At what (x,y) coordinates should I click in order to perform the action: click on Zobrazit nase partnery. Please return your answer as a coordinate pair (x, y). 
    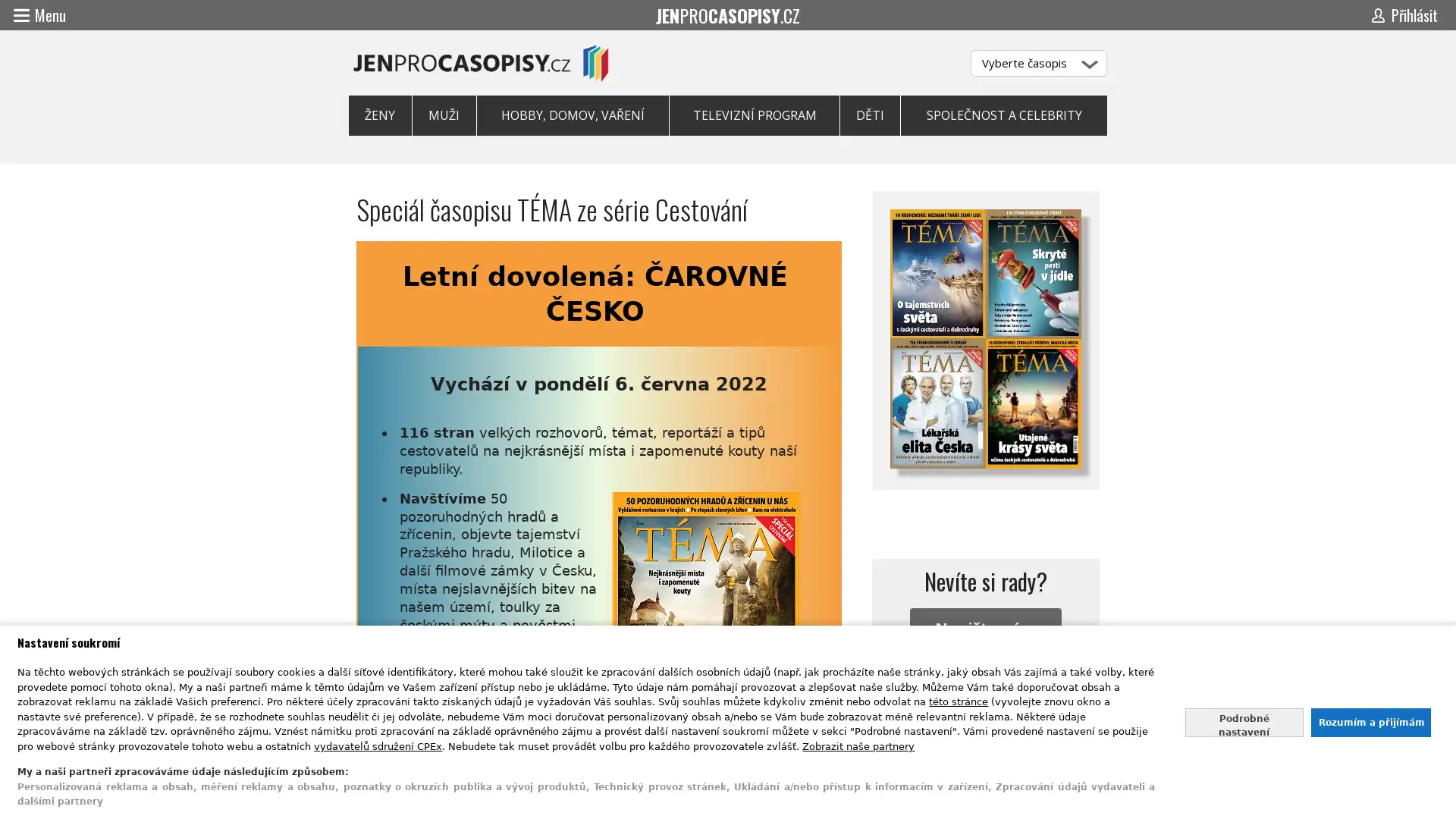
    Looking at the image, I should click on (858, 745).